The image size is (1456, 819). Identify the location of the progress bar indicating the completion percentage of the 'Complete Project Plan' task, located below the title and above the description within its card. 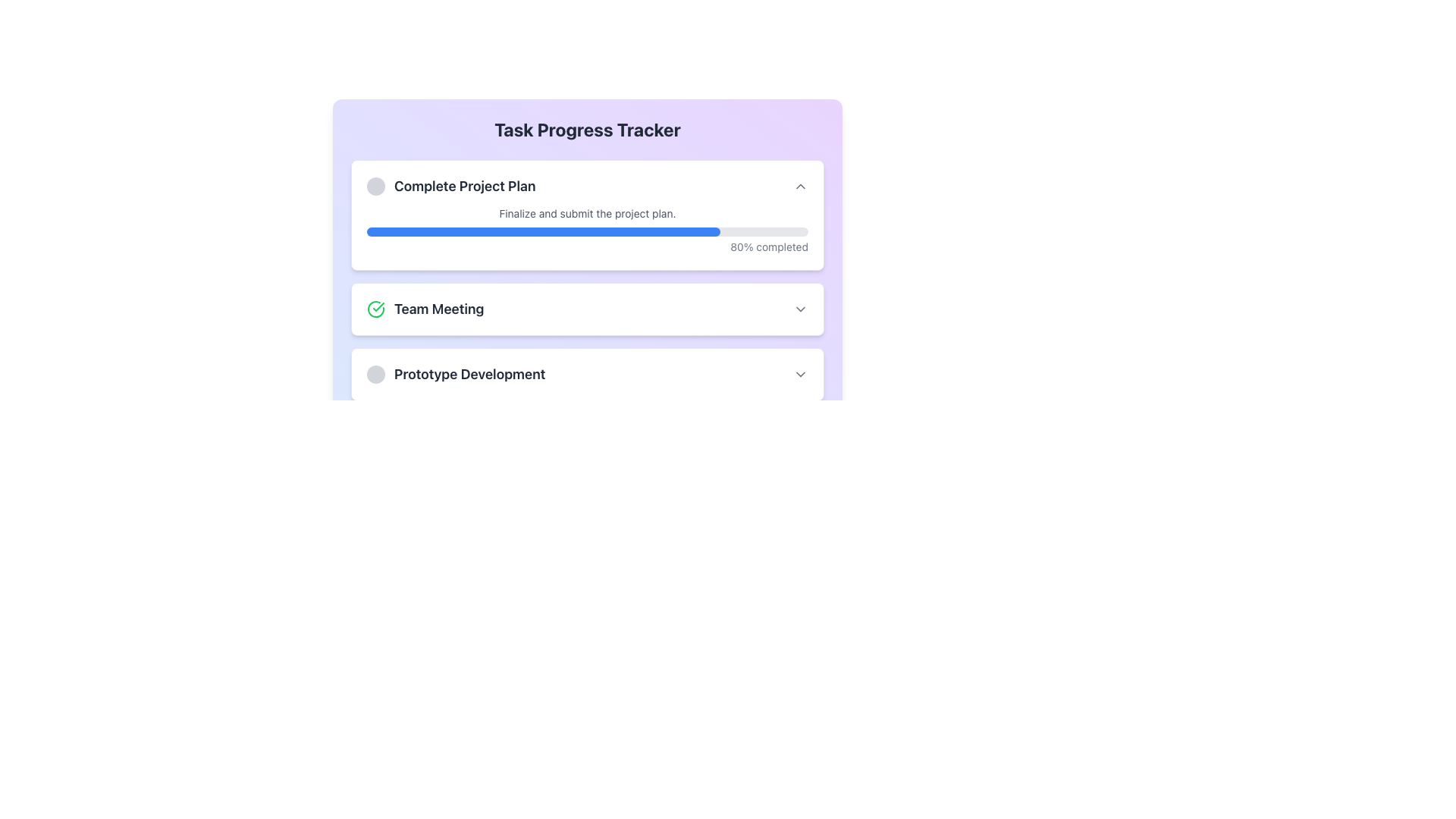
(586, 240).